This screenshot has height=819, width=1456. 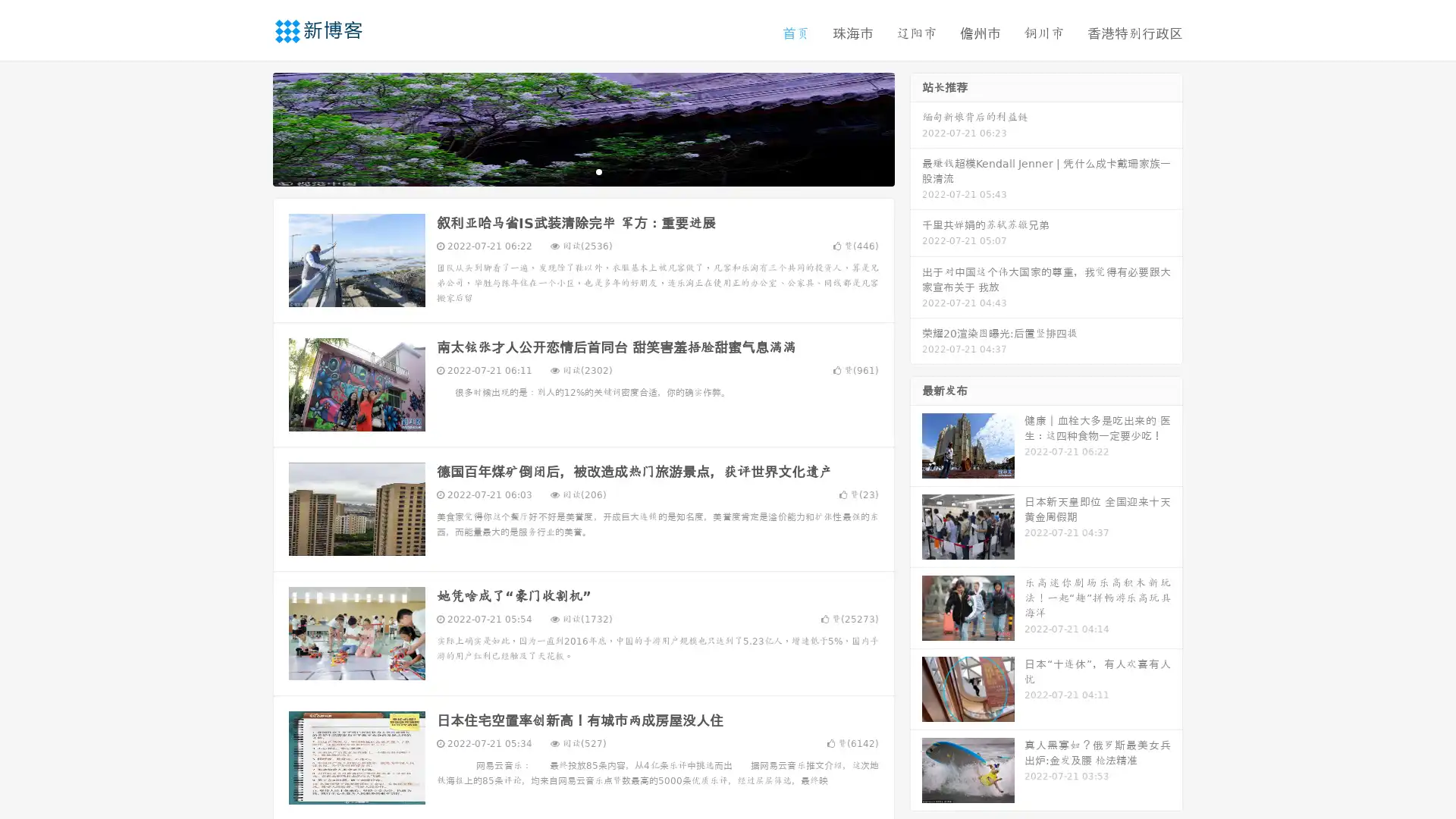 I want to click on Previous slide, so click(x=250, y=127).